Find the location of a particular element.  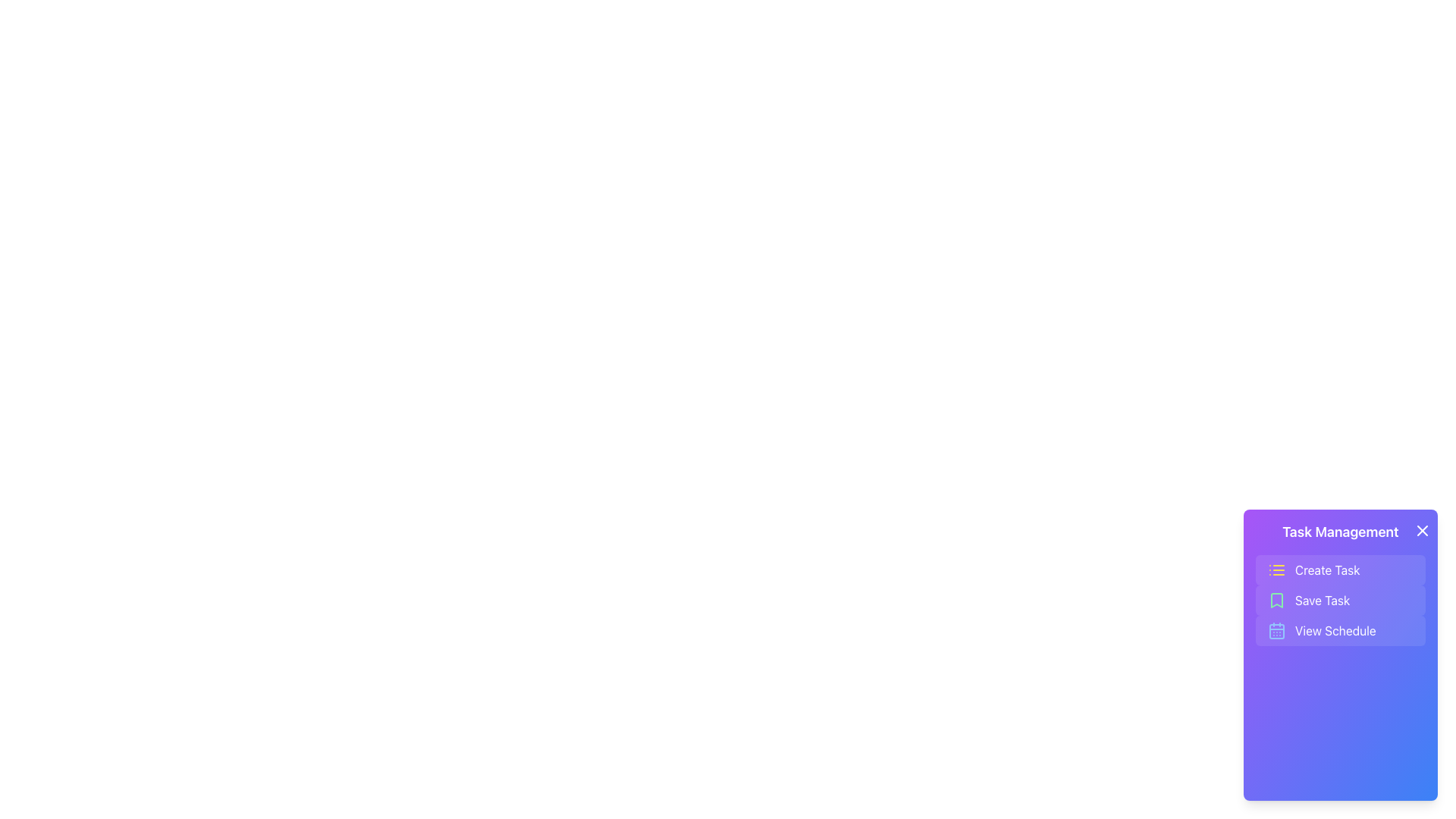

the first button in the 'Task Management' panel to create a new task is located at coordinates (1340, 570).